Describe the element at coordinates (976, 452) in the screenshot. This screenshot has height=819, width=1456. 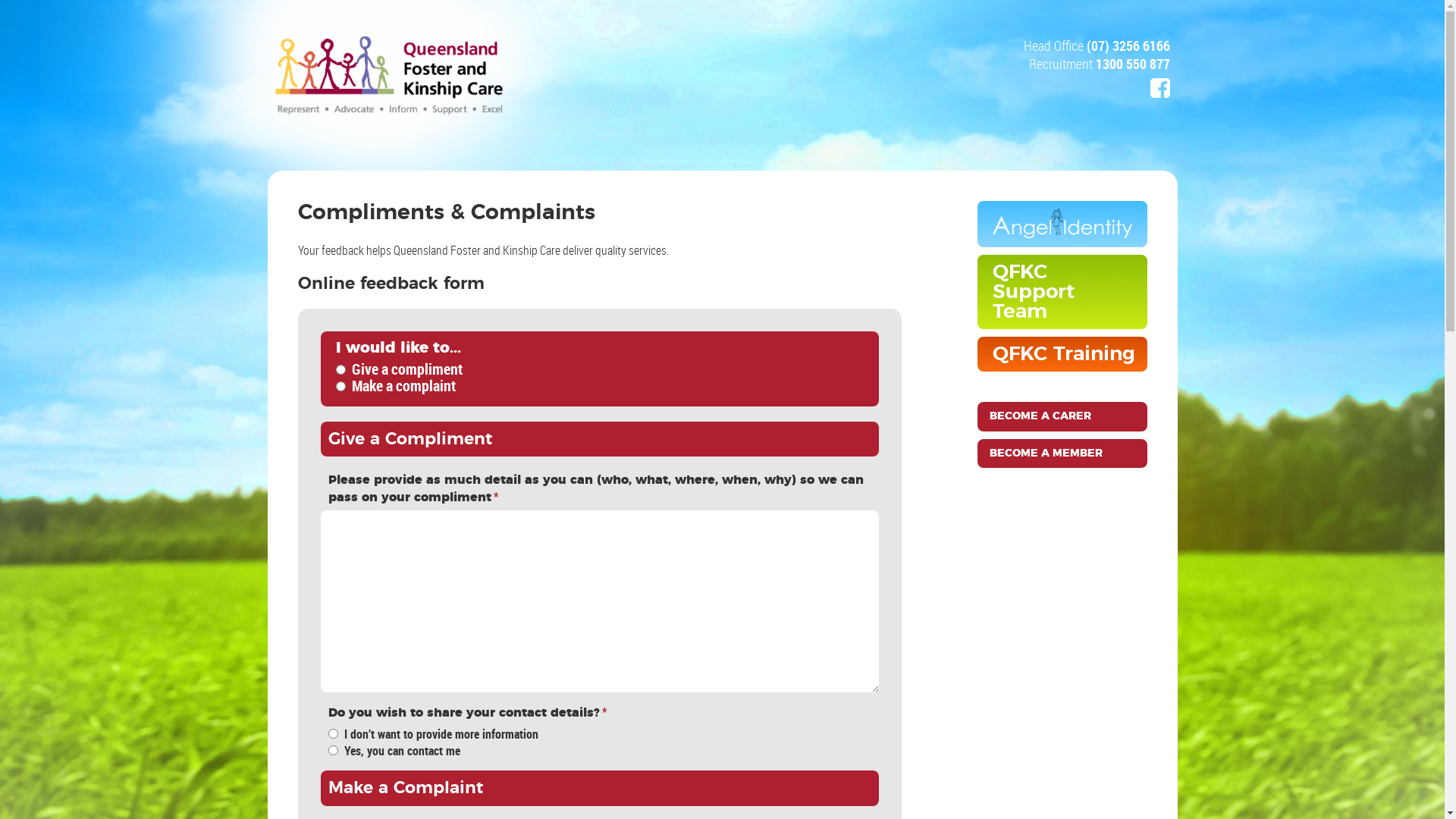
I see `'BECOME A MEMBER'` at that location.